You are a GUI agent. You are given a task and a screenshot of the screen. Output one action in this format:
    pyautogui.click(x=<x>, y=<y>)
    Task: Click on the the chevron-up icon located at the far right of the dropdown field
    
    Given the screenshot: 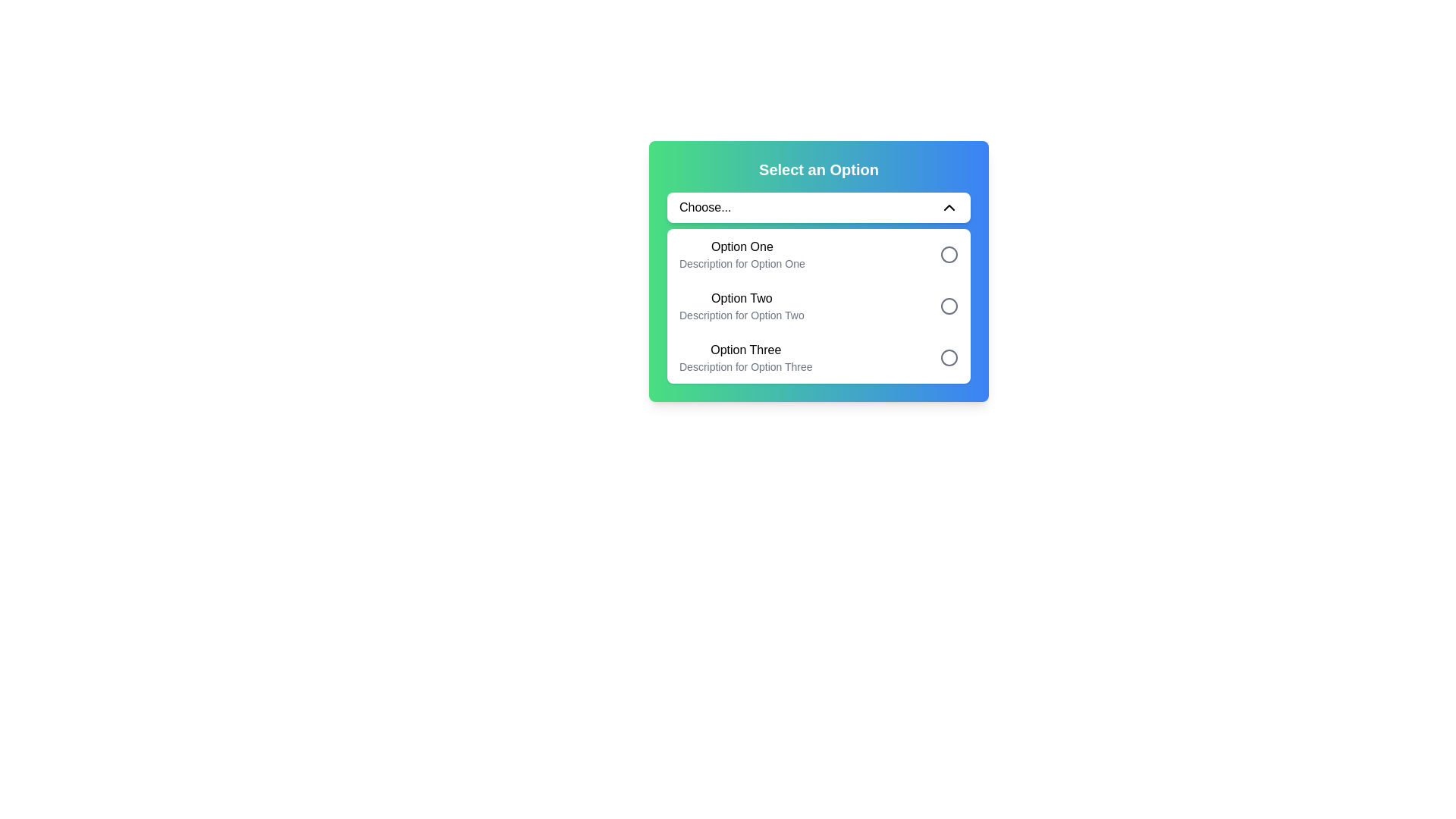 What is the action you would take?
    pyautogui.click(x=949, y=207)
    